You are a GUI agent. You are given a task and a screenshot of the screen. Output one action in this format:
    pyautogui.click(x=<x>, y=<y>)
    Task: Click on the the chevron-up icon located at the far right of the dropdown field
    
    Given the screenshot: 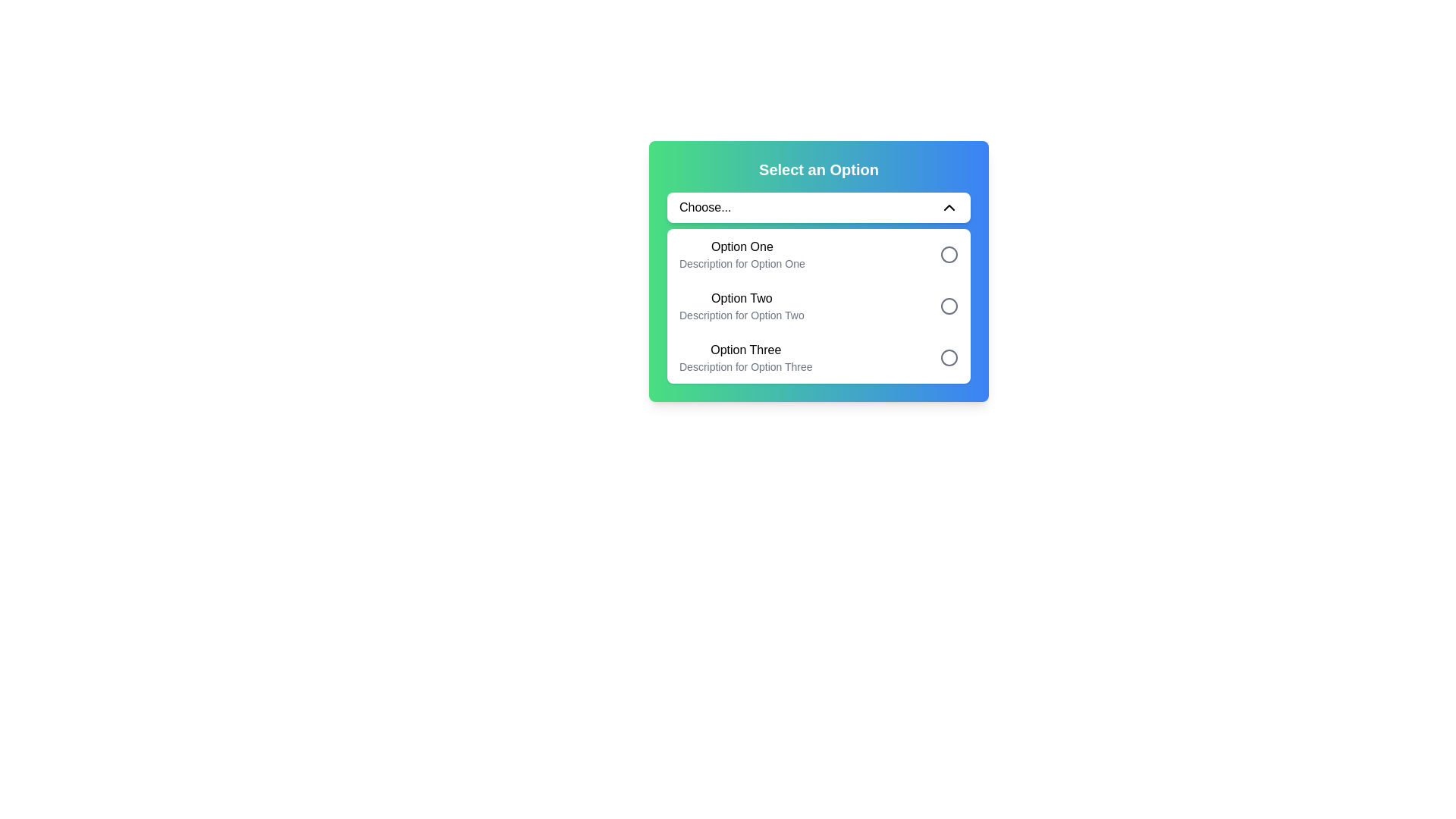 What is the action you would take?
    pyautogui.click(x=949, y=207)
    